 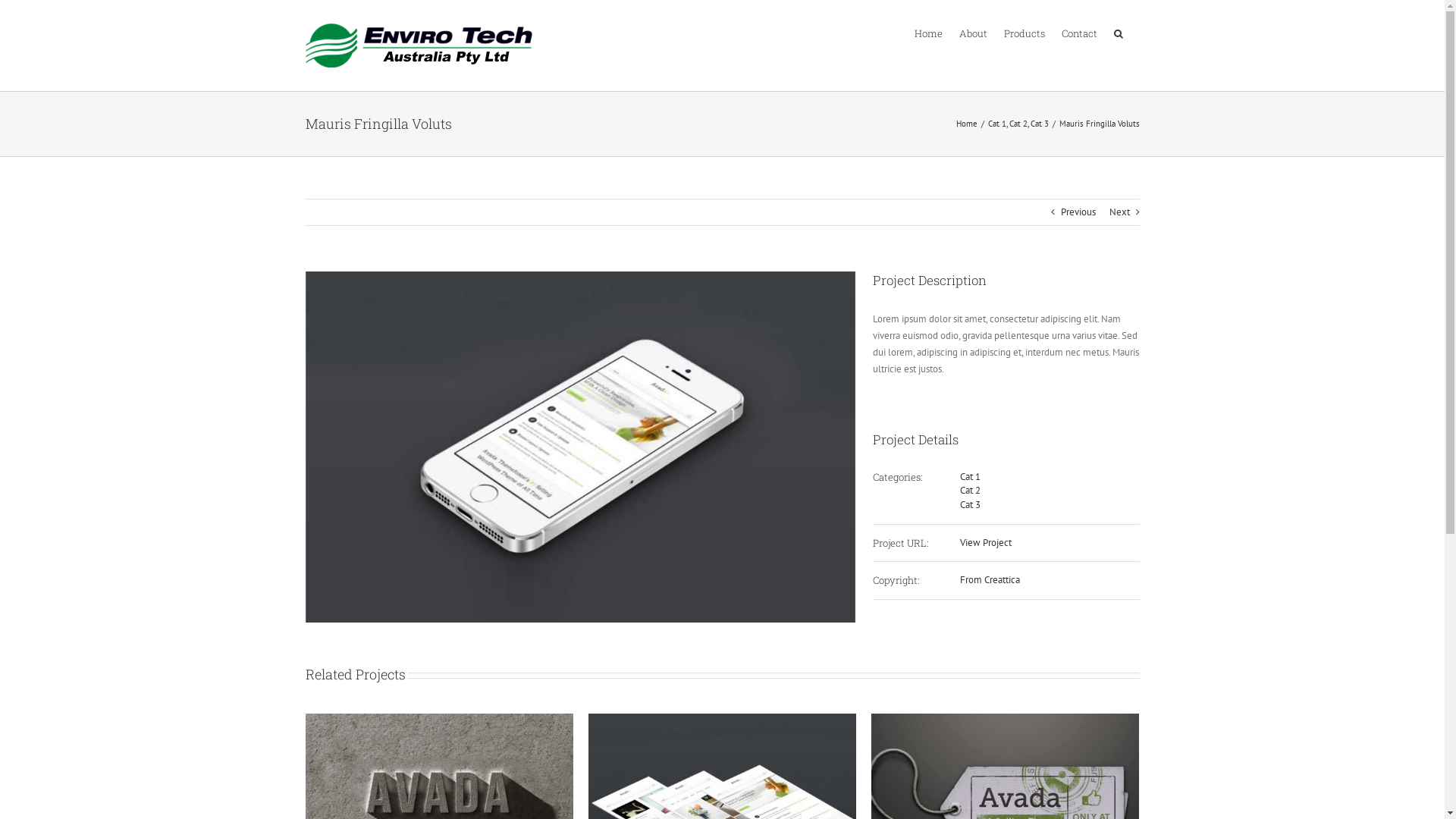 What do you see at coordinates (972, 32) in the screenshot?
I see `'About'` at bounding box center [972, 32].